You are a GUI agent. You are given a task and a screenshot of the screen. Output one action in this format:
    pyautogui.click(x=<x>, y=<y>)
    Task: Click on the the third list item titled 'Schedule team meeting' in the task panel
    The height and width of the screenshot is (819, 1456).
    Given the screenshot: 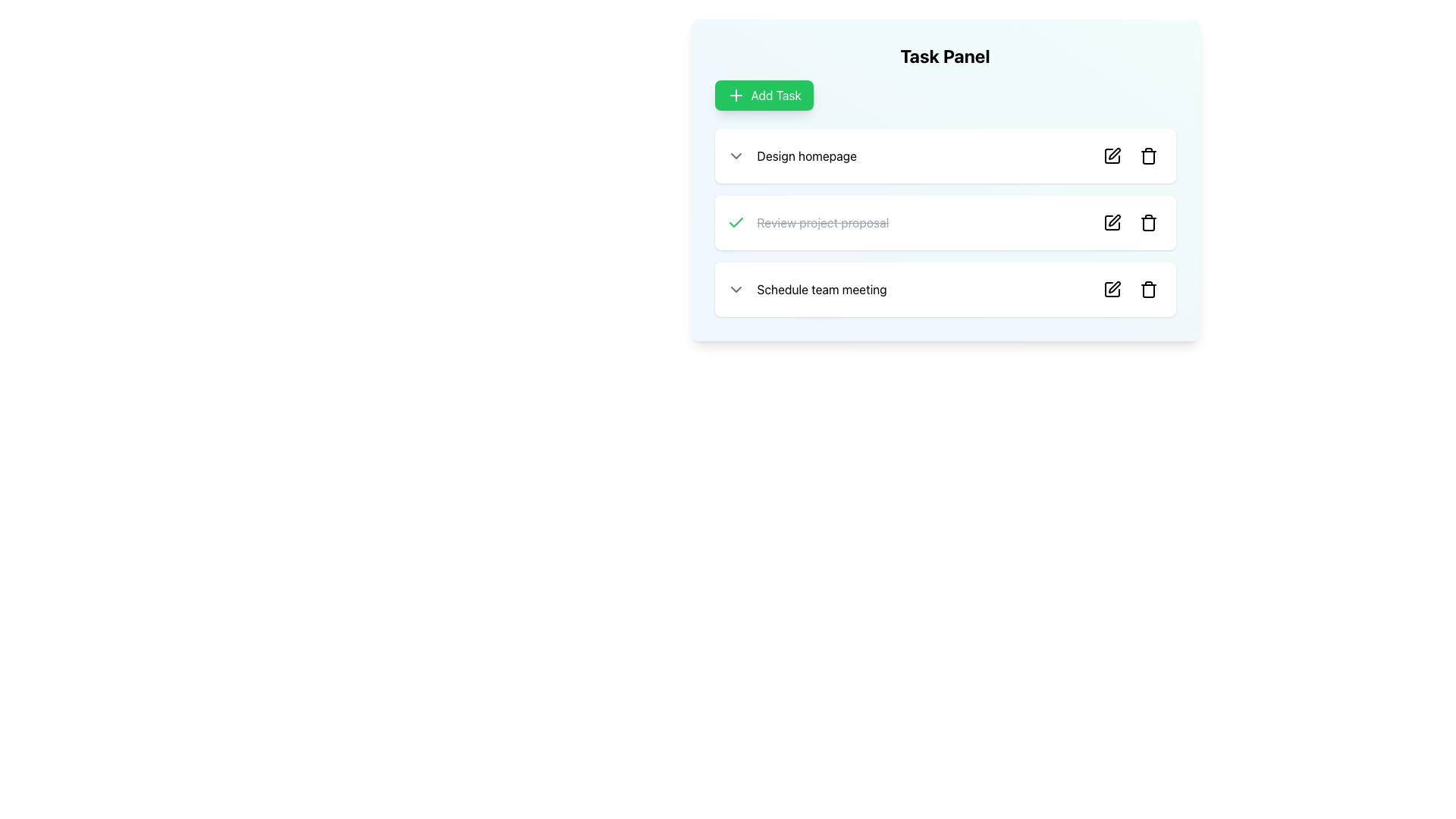 What is the action you would take?
    pyautogui.click(x=806, y=289)
    